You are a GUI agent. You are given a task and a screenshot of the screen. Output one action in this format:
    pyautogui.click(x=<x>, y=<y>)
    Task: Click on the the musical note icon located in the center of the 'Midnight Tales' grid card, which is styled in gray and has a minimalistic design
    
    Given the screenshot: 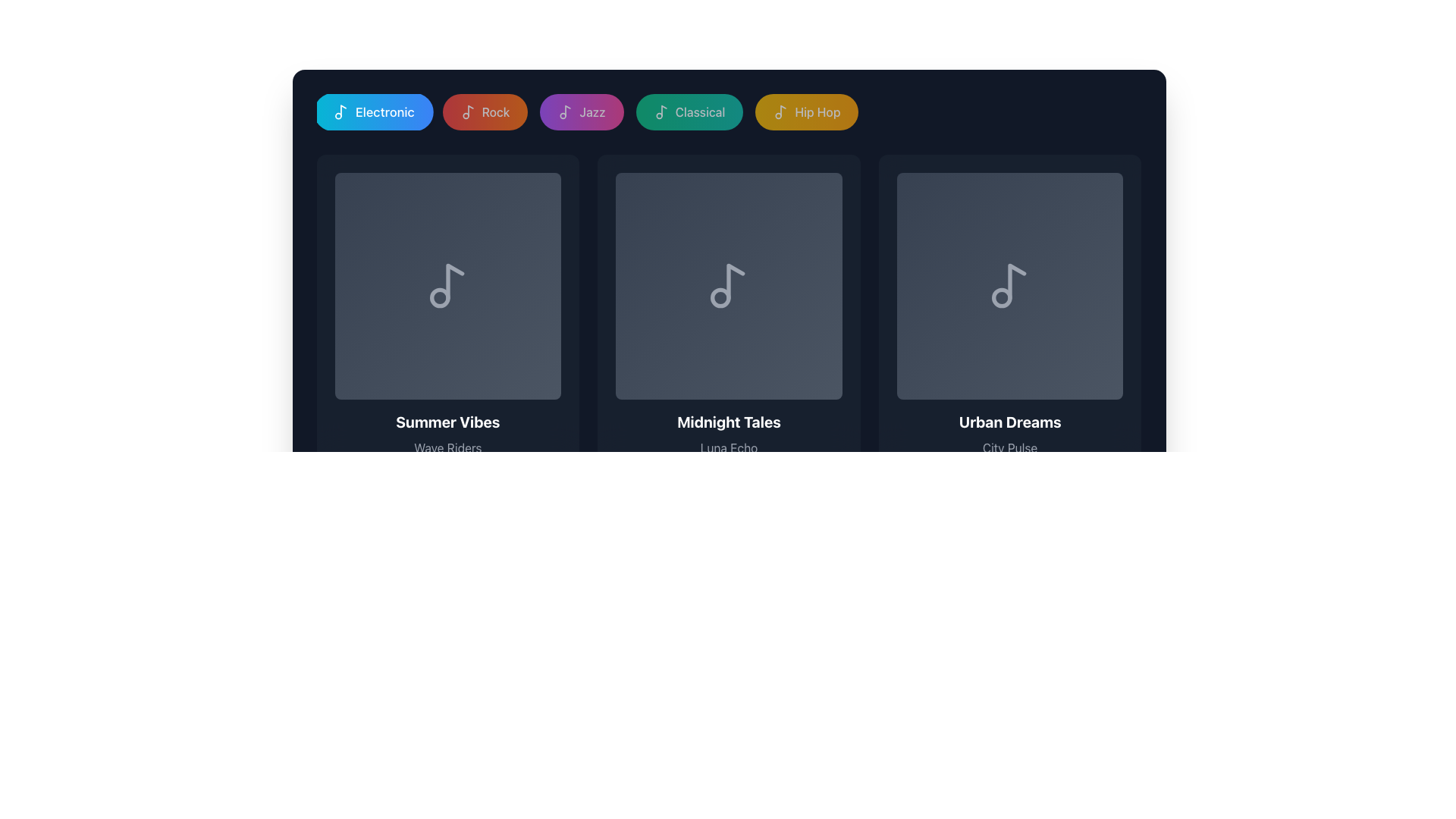 What is the action you would take?
    pyautogui.click(x=736, y=281)
    